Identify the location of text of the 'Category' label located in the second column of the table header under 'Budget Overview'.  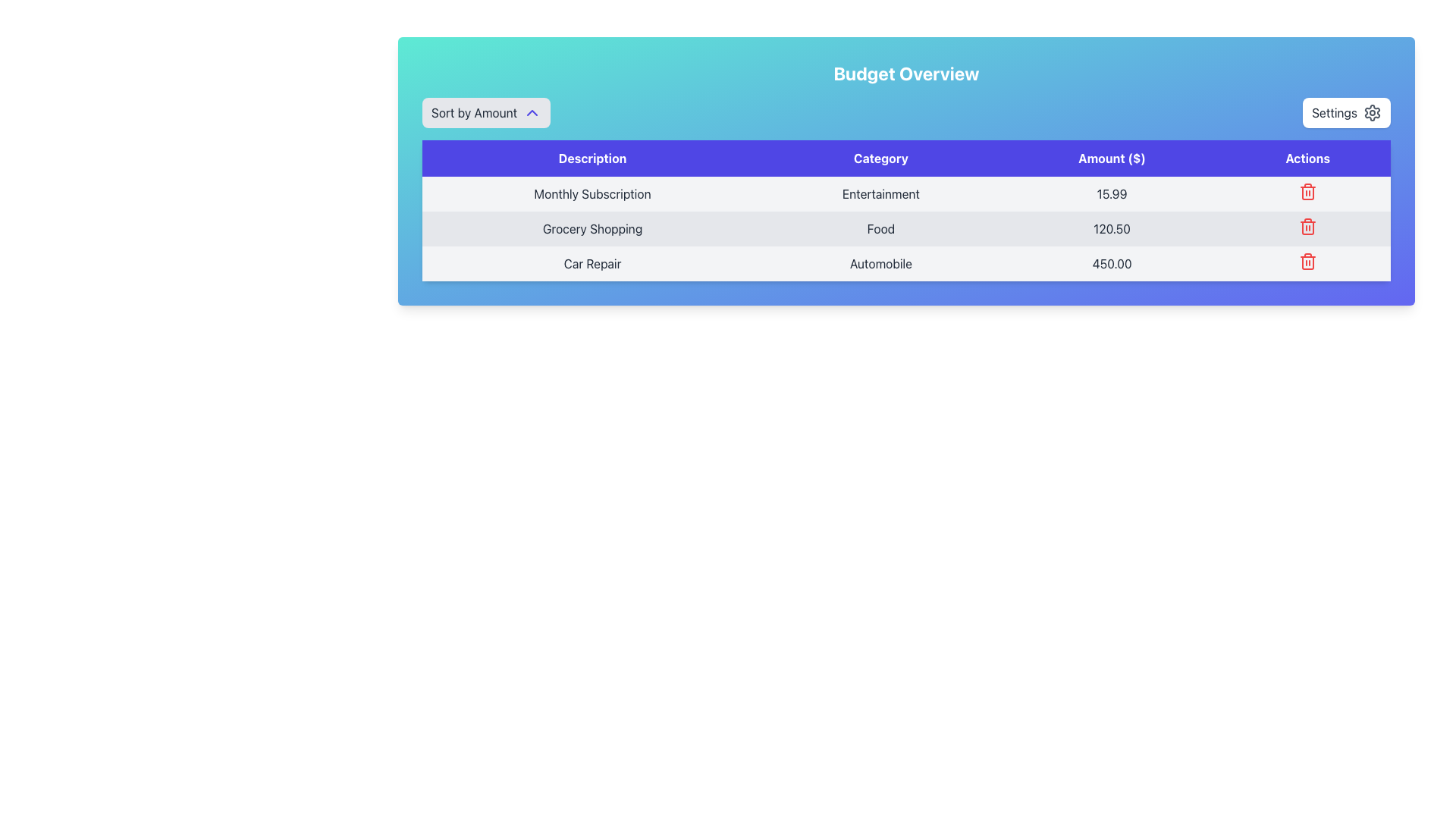
(880, 158).